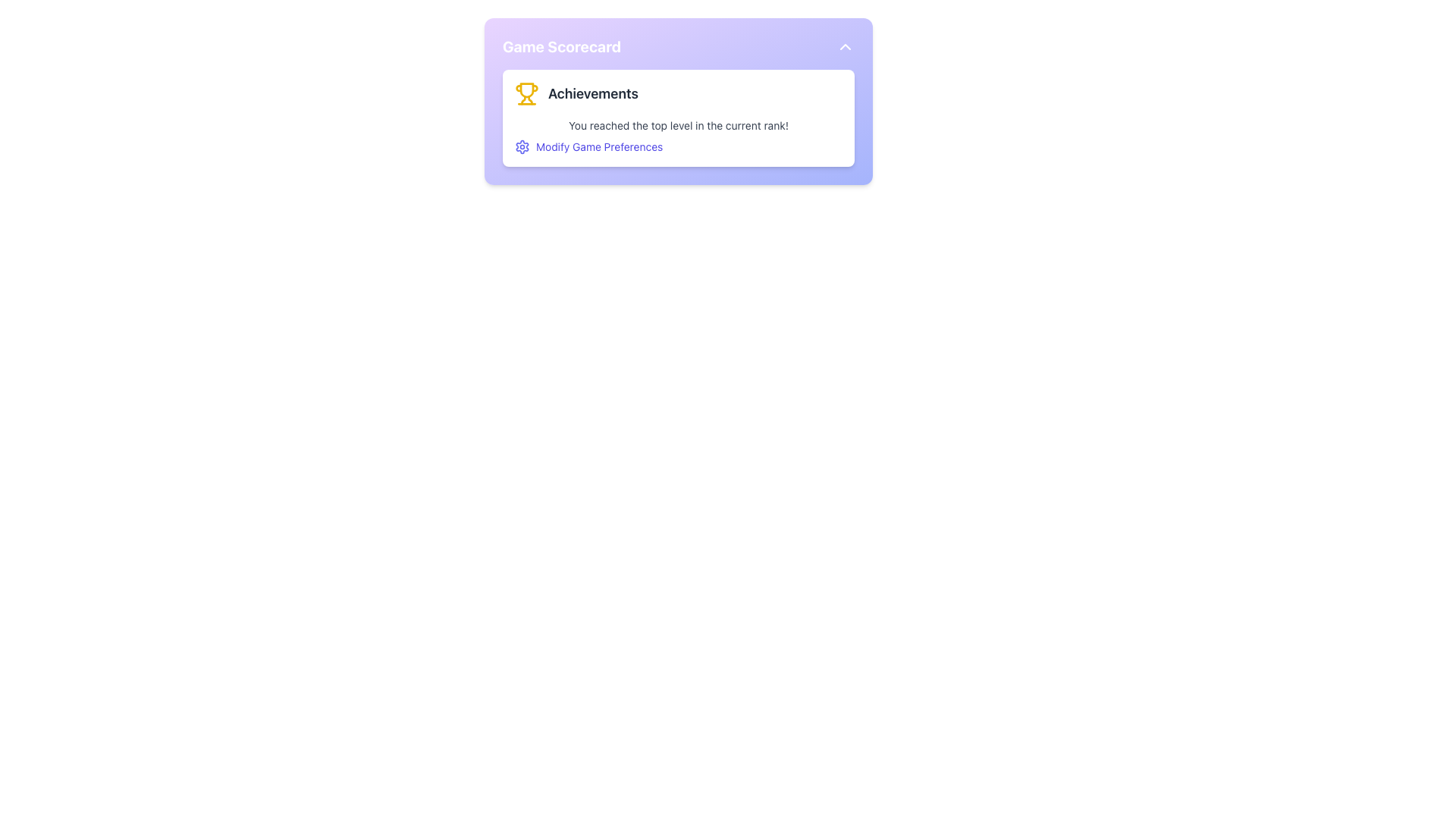 The height and width of the screenshot is (819, 1456). Describe the element at coordinates (677, 136) in the screenshot. I see `the 'Modify Game Preferences' link in the achievements section, which is a clickable link styled in blue with underline on hover, located below the header and trophy icon` at that location.